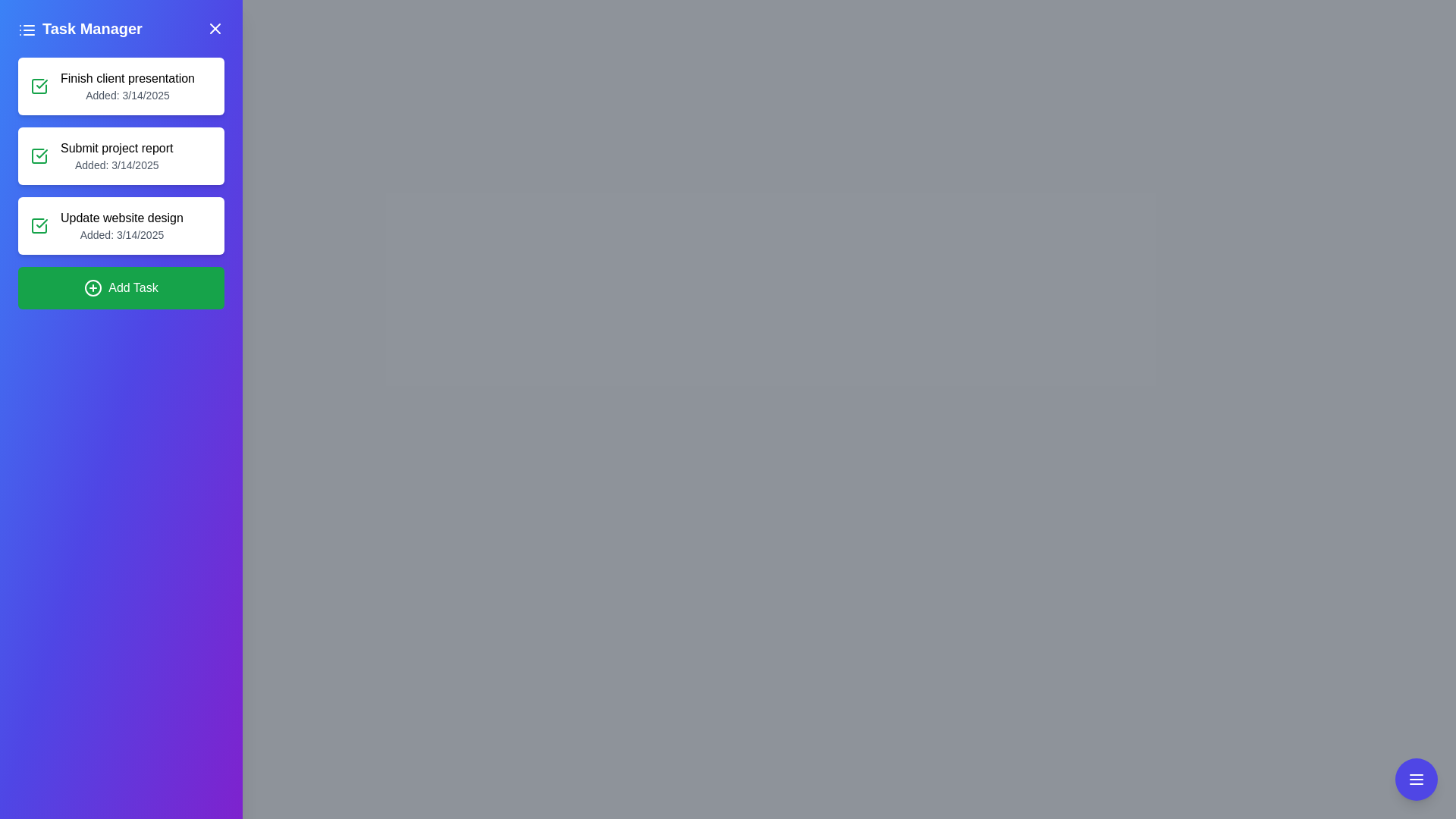 The image size is (1456, 819). Describe the element at coordinates (39, 225) in the screenshot. I see `the partially completed state of the task represented by the vector graphic in the left sidebar under 'Update website design'` at that location.